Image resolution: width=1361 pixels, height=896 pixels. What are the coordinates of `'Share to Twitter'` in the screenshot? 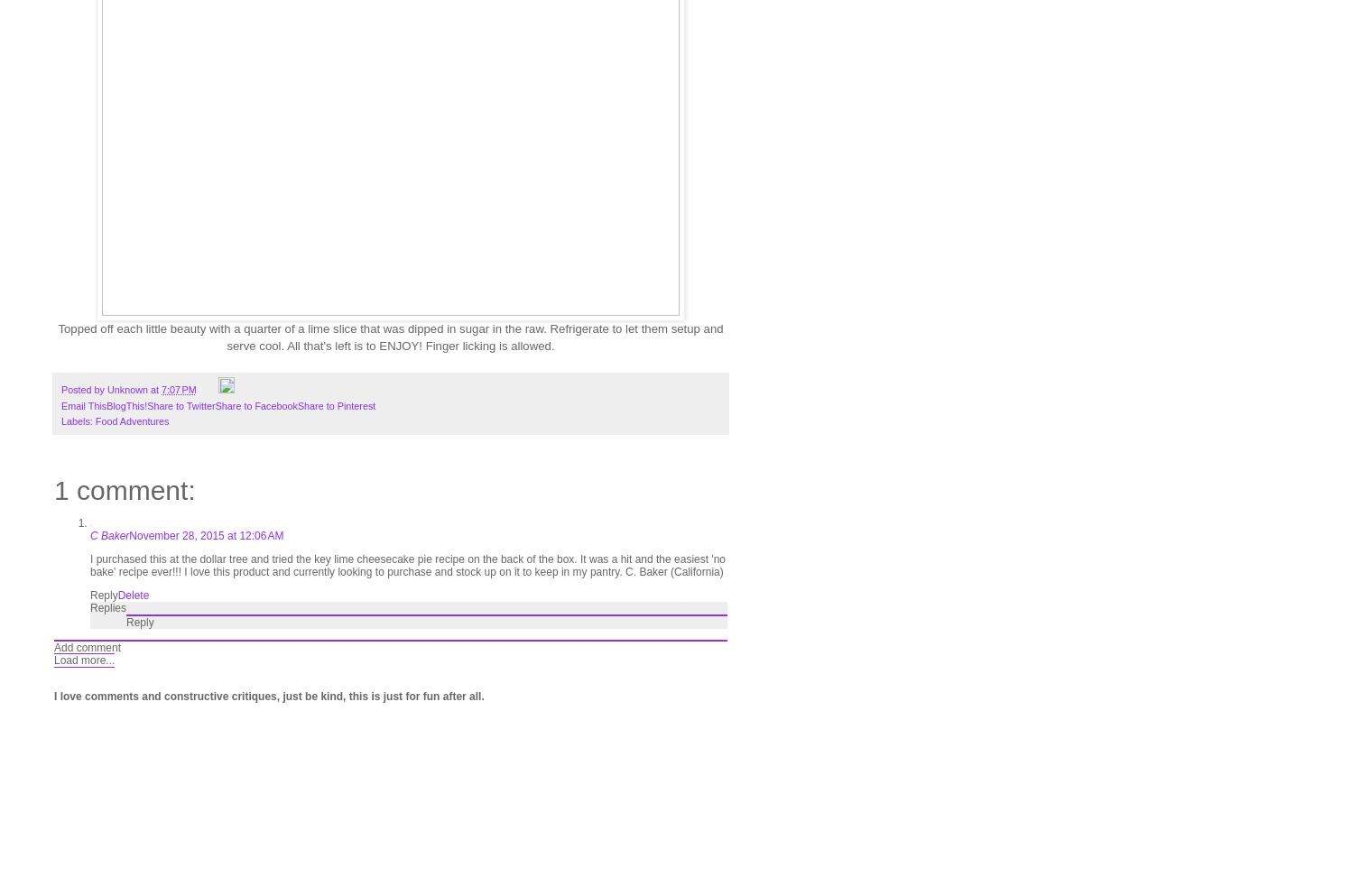 It's located at (147, 405).